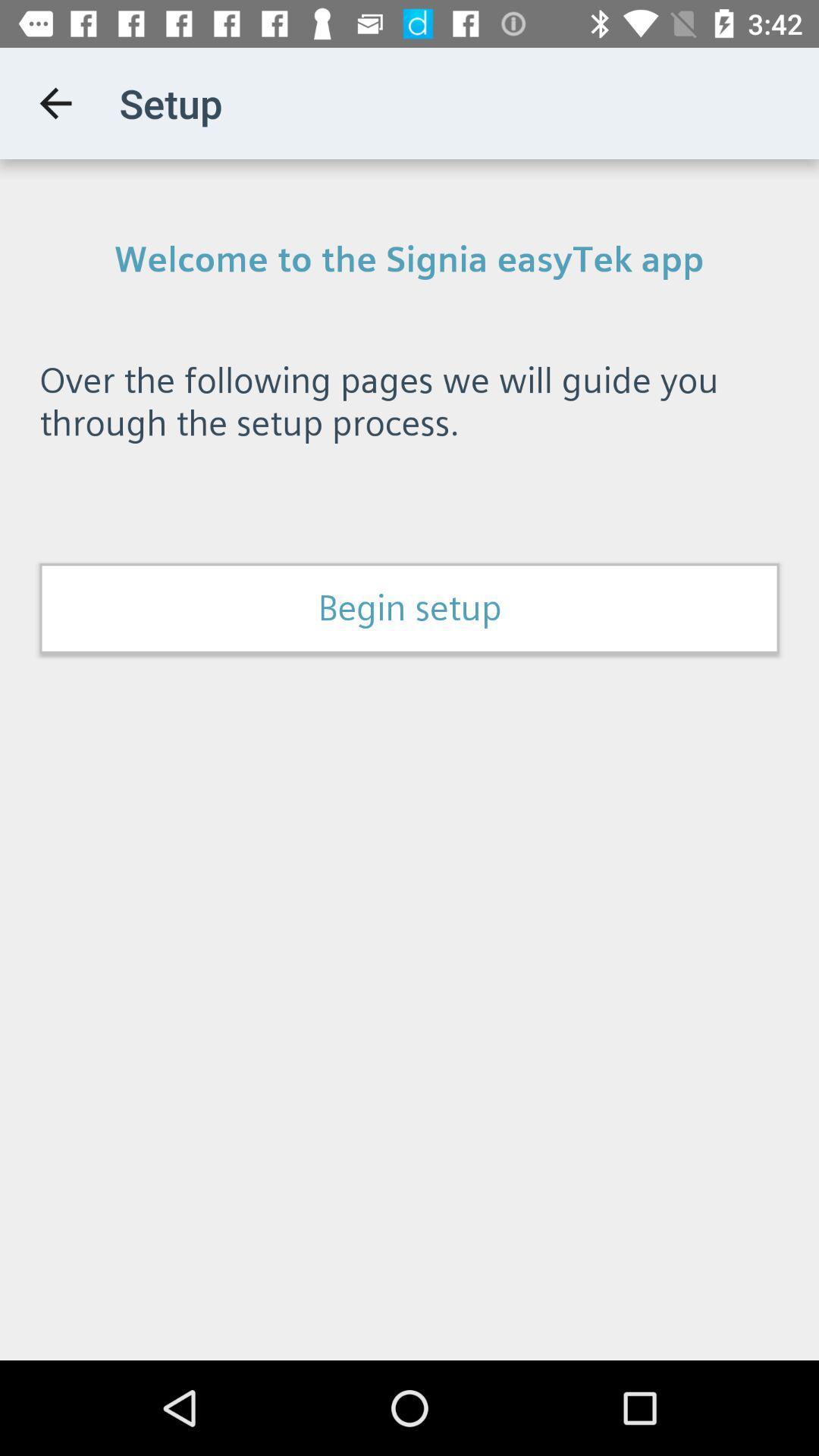  What do you see at coordinates (409, 608) in the screenshot?
I see `the begin setup item` at bounding box center [409, 608].